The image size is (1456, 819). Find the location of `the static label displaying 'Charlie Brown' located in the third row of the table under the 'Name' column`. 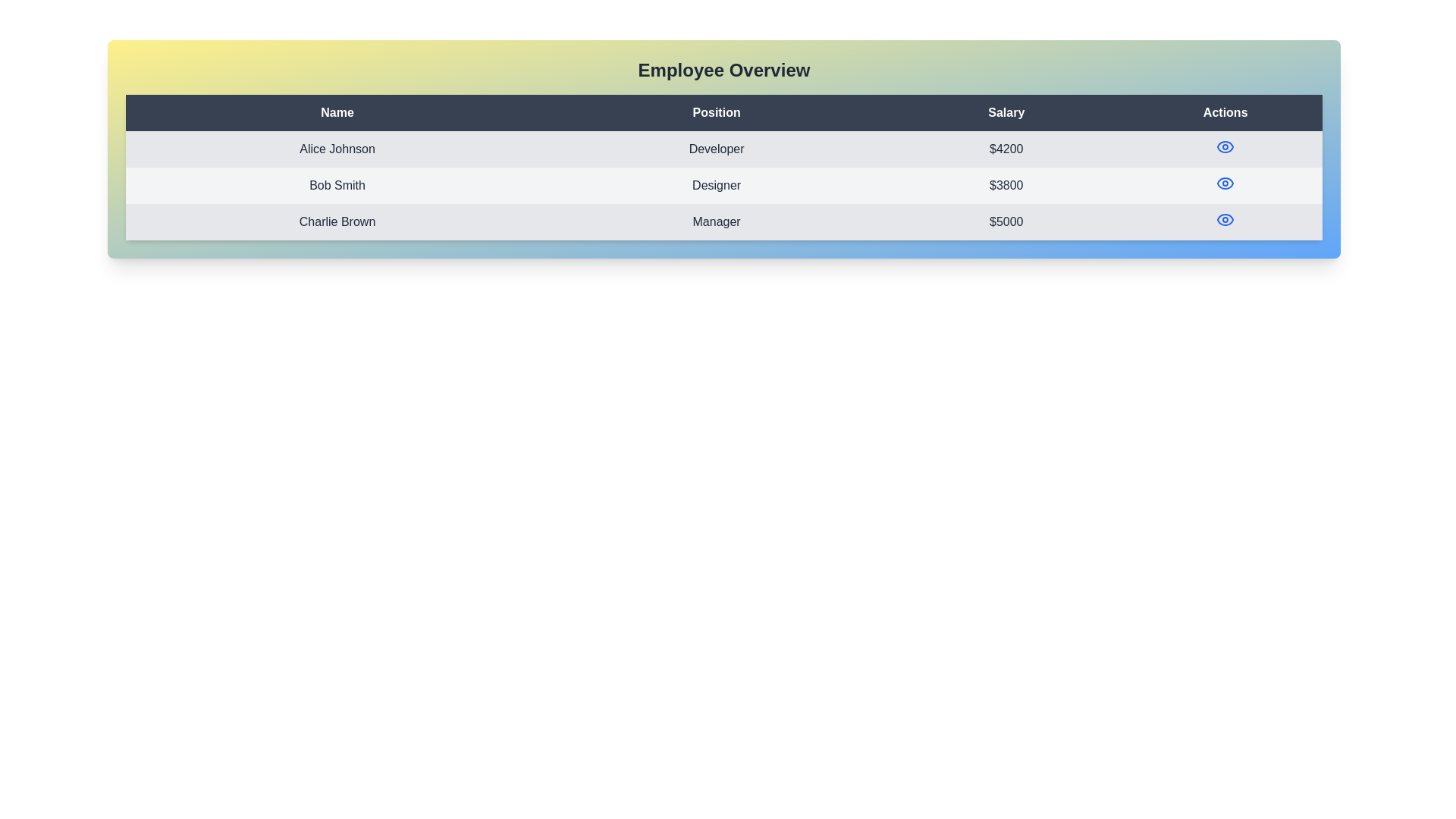

the static label displaying 'Charlie Brown' located in the third row of the table under the 'Name' column is located at coordinates (337, 222).